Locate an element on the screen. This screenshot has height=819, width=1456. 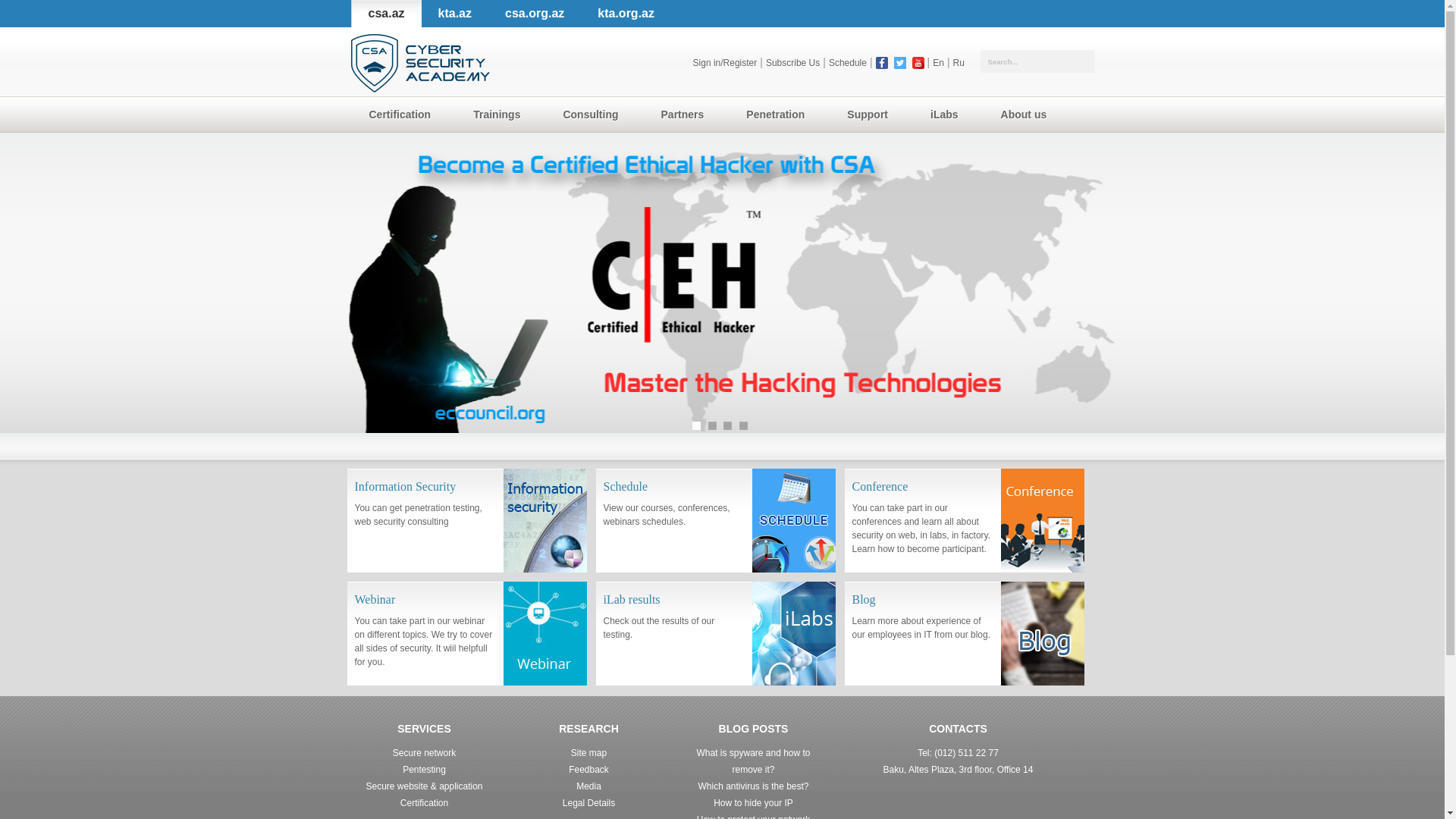
'Tel: (012) 511 22 77' is located at coordinates (957, 752).